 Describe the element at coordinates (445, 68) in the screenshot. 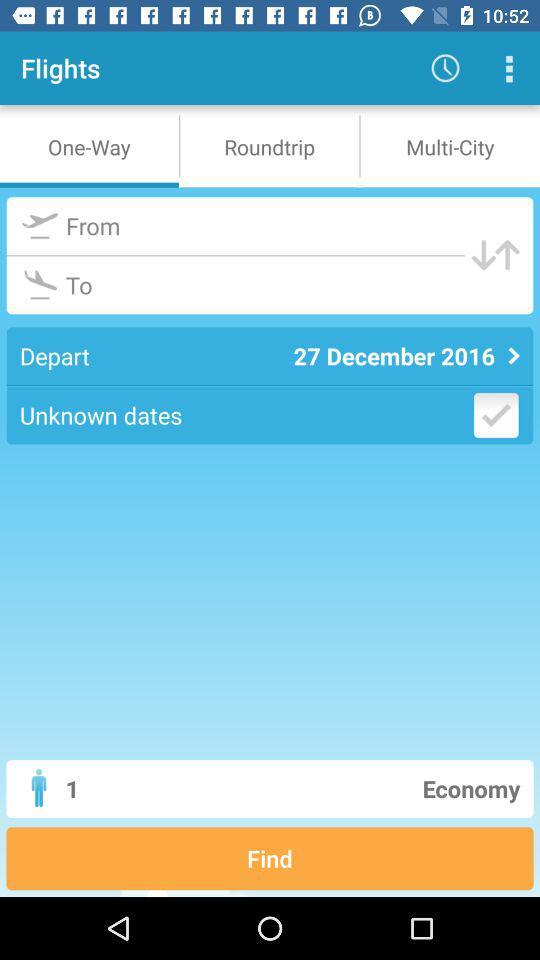

I see `the item to the right of the flights icon` at that location.